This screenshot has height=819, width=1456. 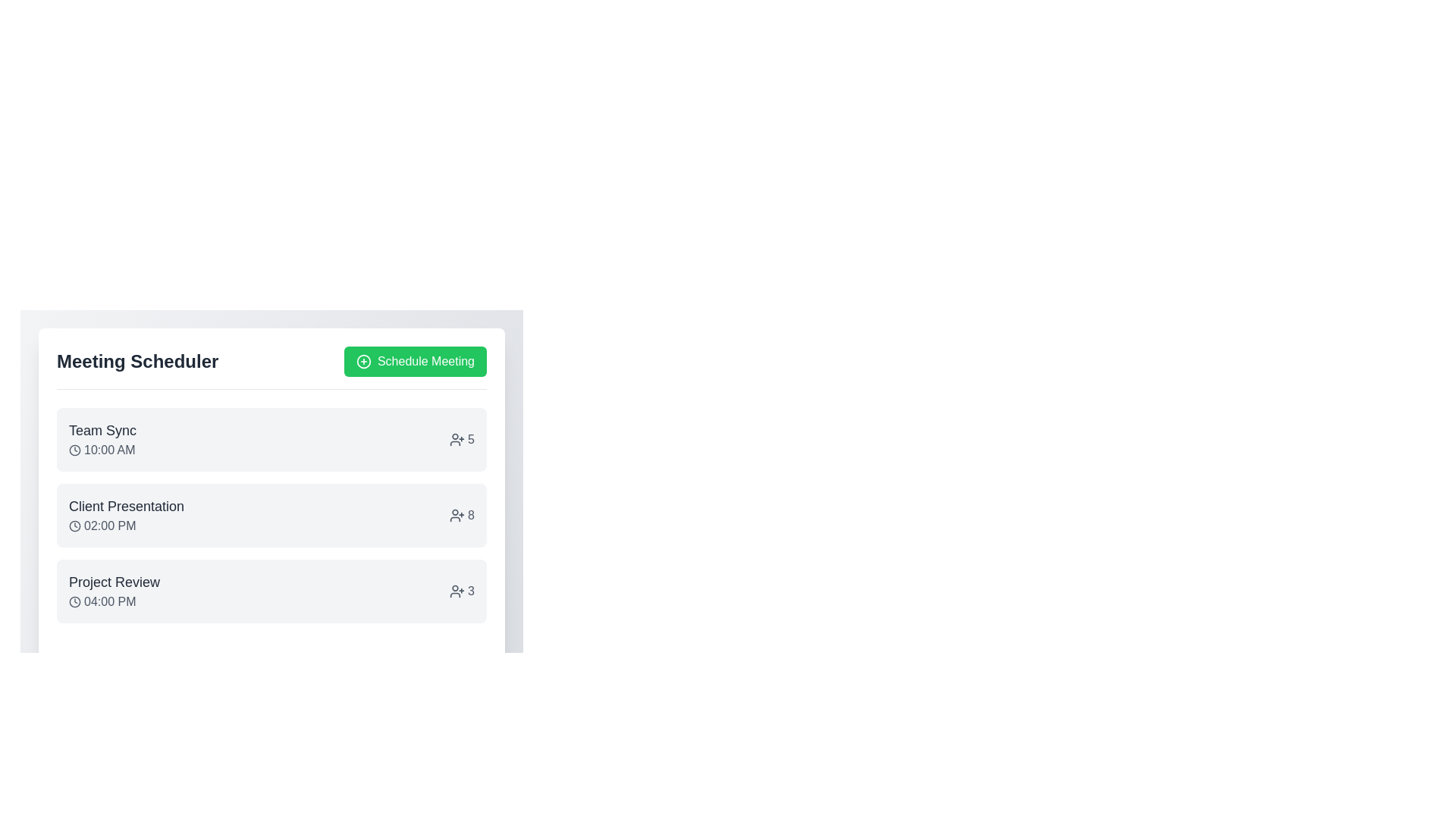 What do you see at coordinates (102, 450) in the screenshot?
I see `the information displayed in the text label indicating the scheduled time` at bounding box center [102, 450].